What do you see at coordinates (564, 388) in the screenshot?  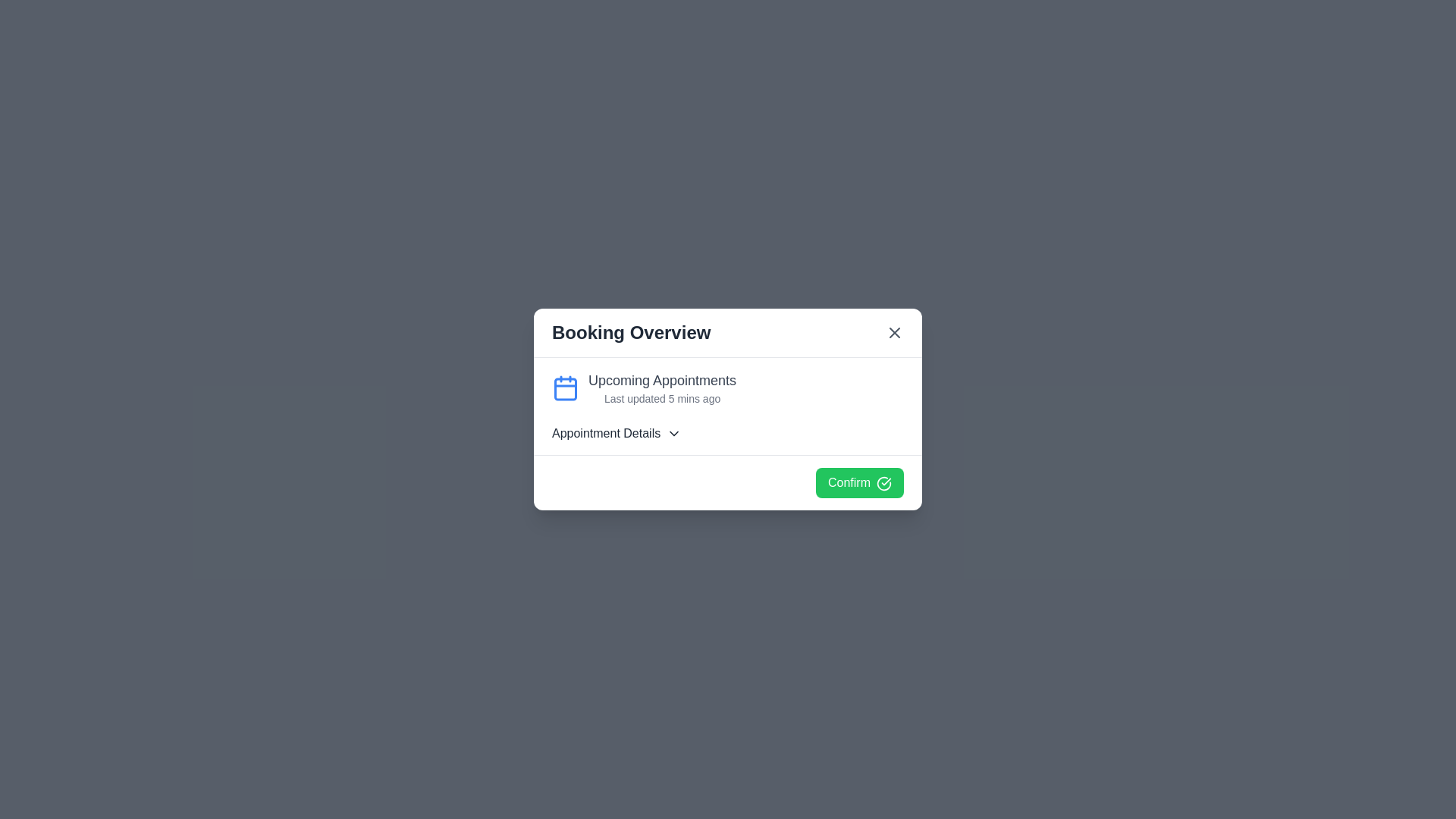 I see `calendar icon located in the top-left part of the 'Booking Overview' panel, which is next to the 'Upcoming Appointments' text` at bounding box center [564, 388].